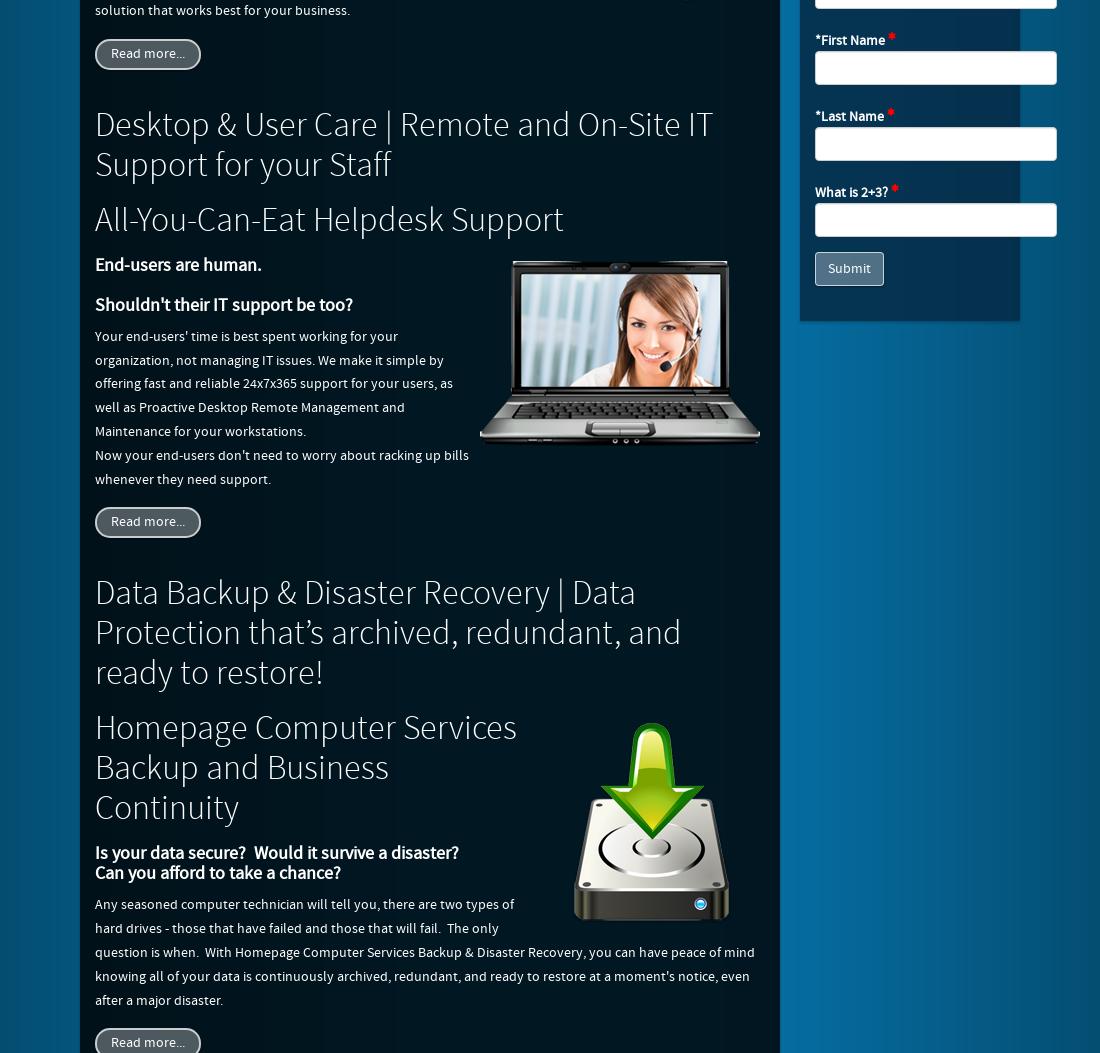 The height and width of the screenshot is (1053, 1100). What do you see at coordinates (850, 40) in the screenshot?
I see `'*First Name'` at bounding box center [850, 40].